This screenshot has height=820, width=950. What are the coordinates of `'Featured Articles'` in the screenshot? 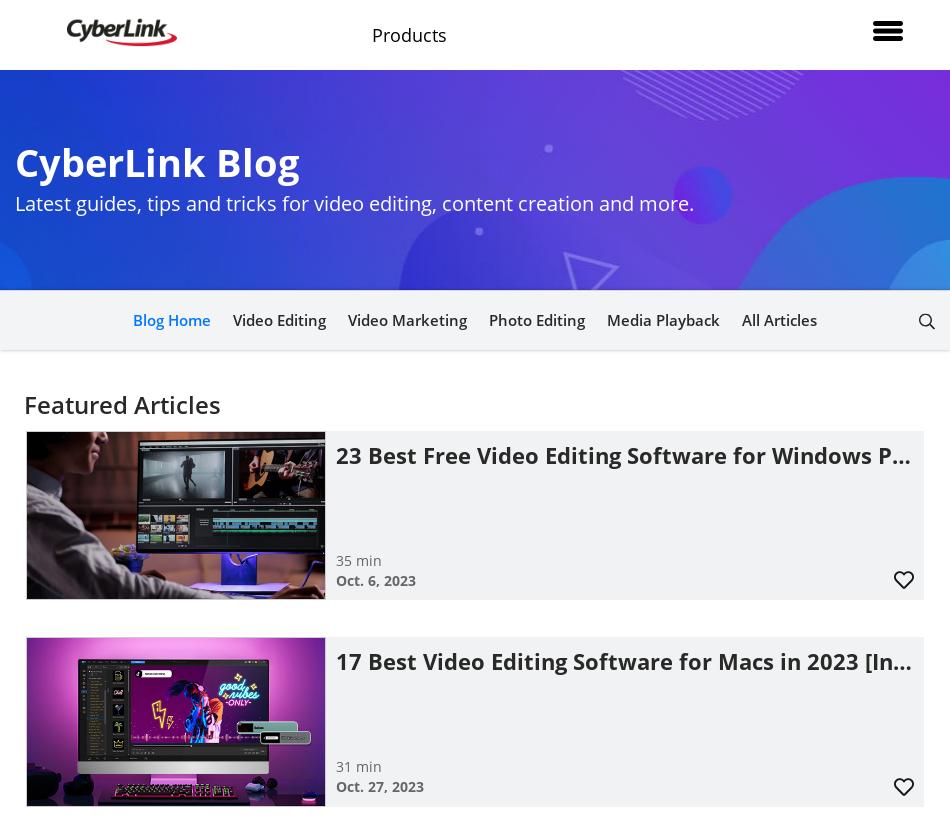 It's located at (122, 404).